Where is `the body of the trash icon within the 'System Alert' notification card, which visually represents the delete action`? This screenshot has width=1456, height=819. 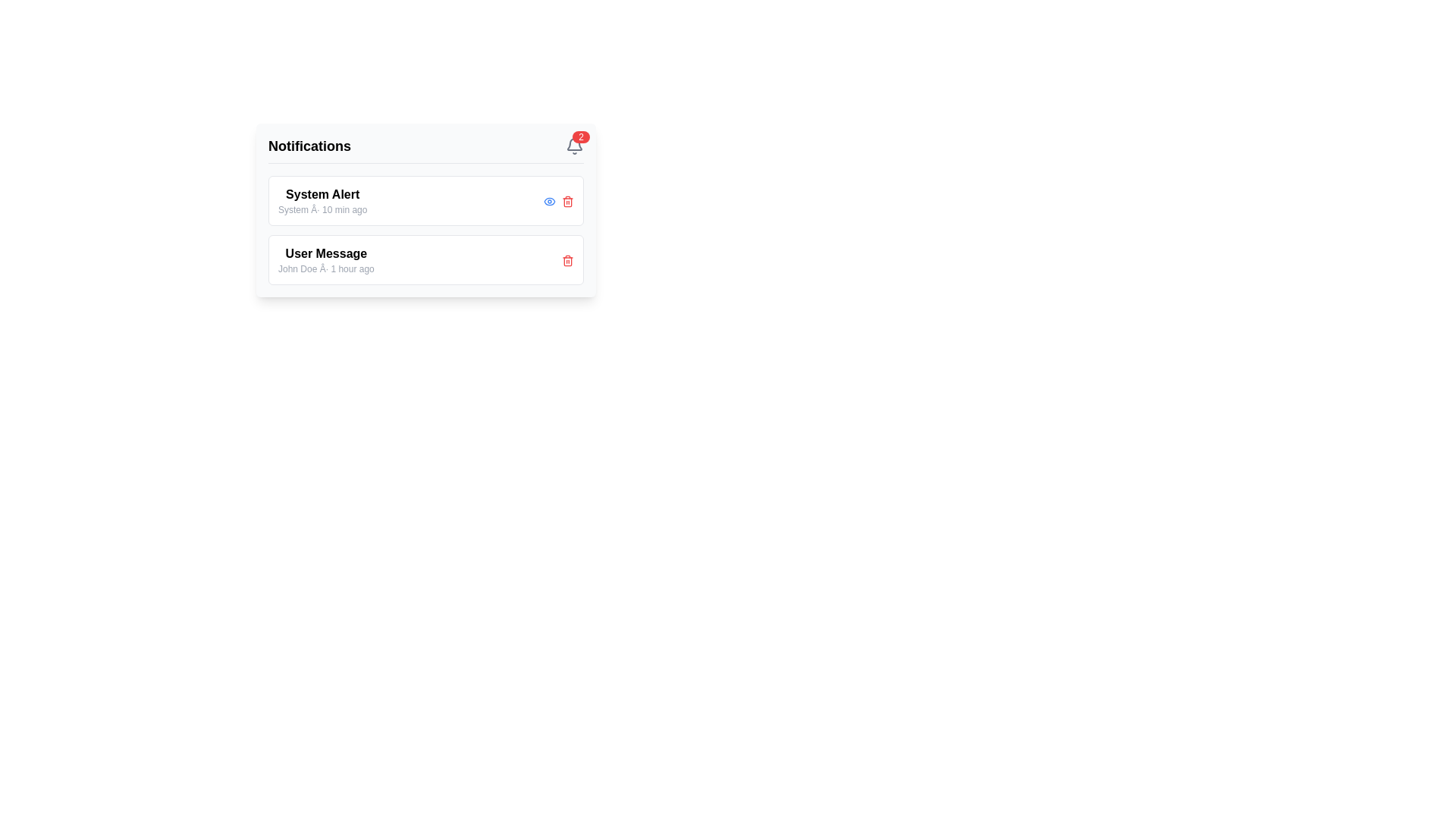 the body of the trash icon within the 'System Alert' notification card, which visually represents the delete action is located at coordinates (566, 201).